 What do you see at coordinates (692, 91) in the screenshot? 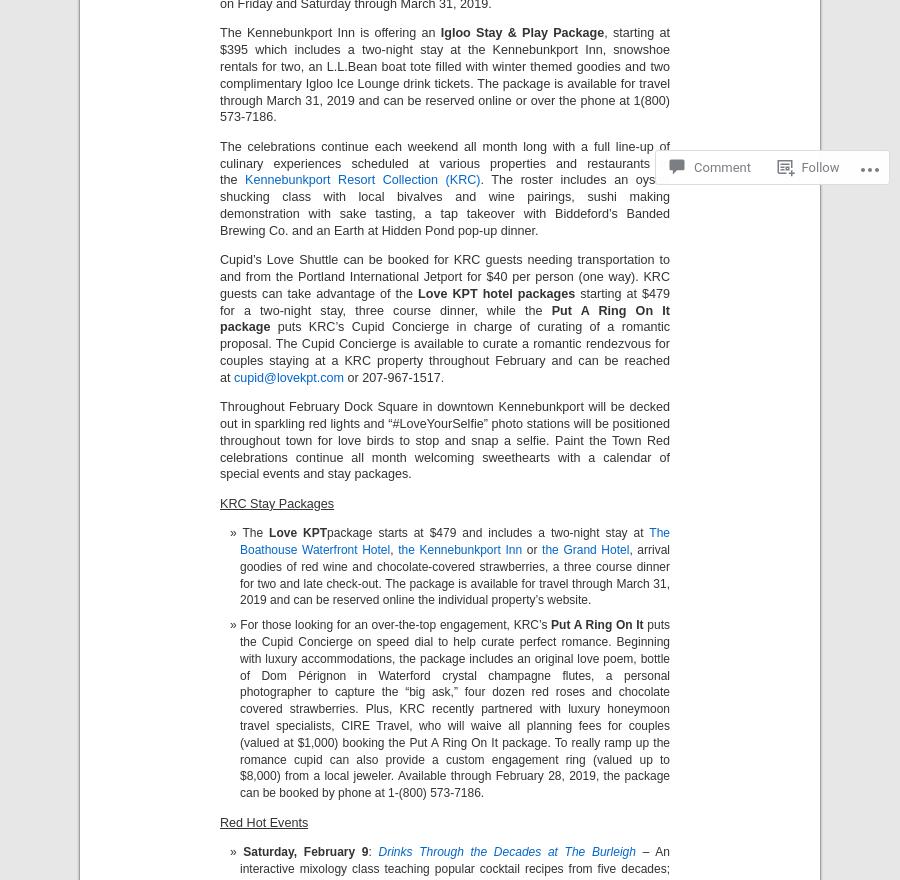
I see `'Comment'` at bounding box center [692, 91].